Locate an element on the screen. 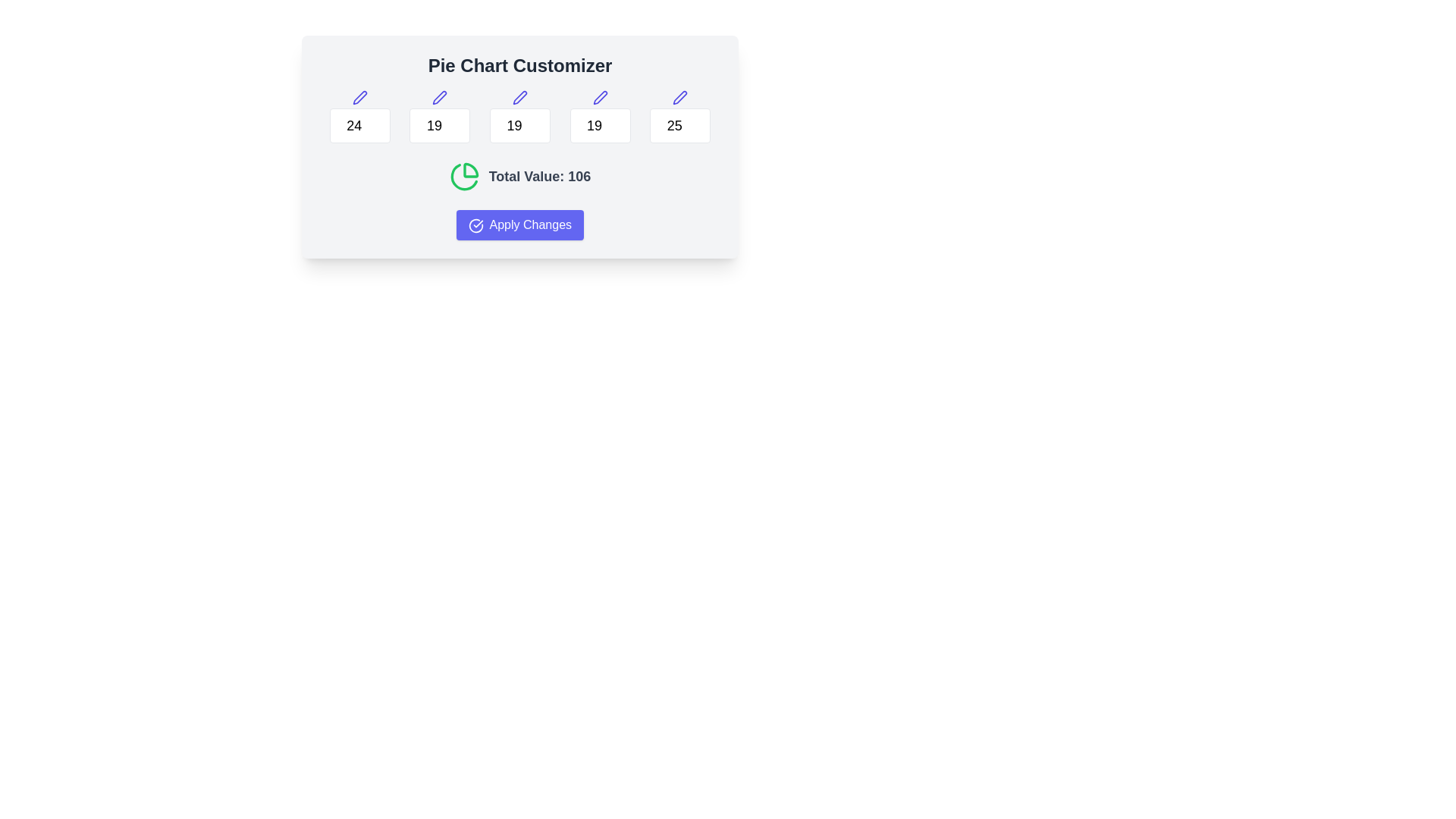  the green outlined pie chart segment located near the label 'Total Value: 106' and above the 'Apply Changes' button is located at coordinates (463, 176).